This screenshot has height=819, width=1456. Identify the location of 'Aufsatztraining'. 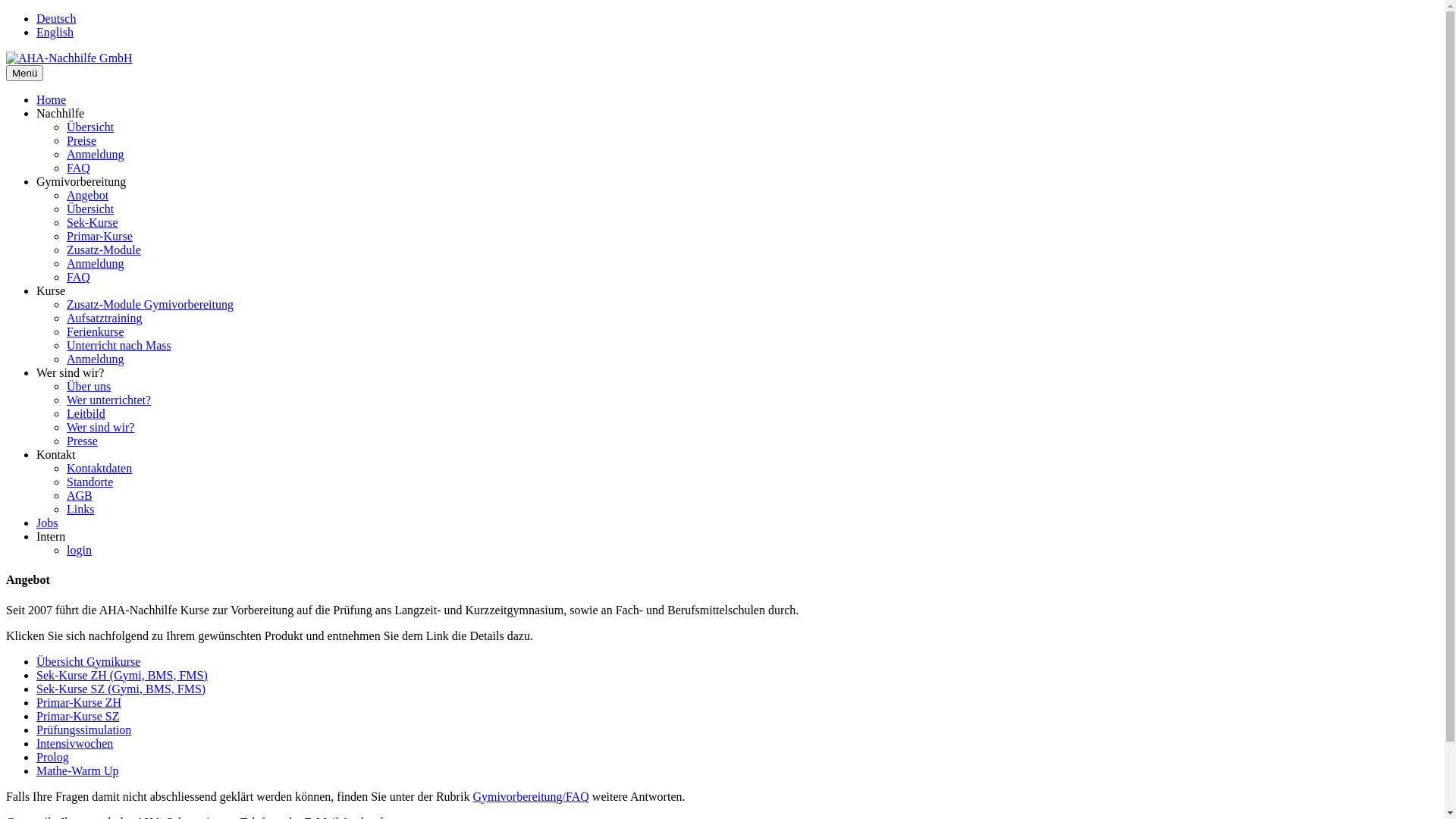
(104, 317).